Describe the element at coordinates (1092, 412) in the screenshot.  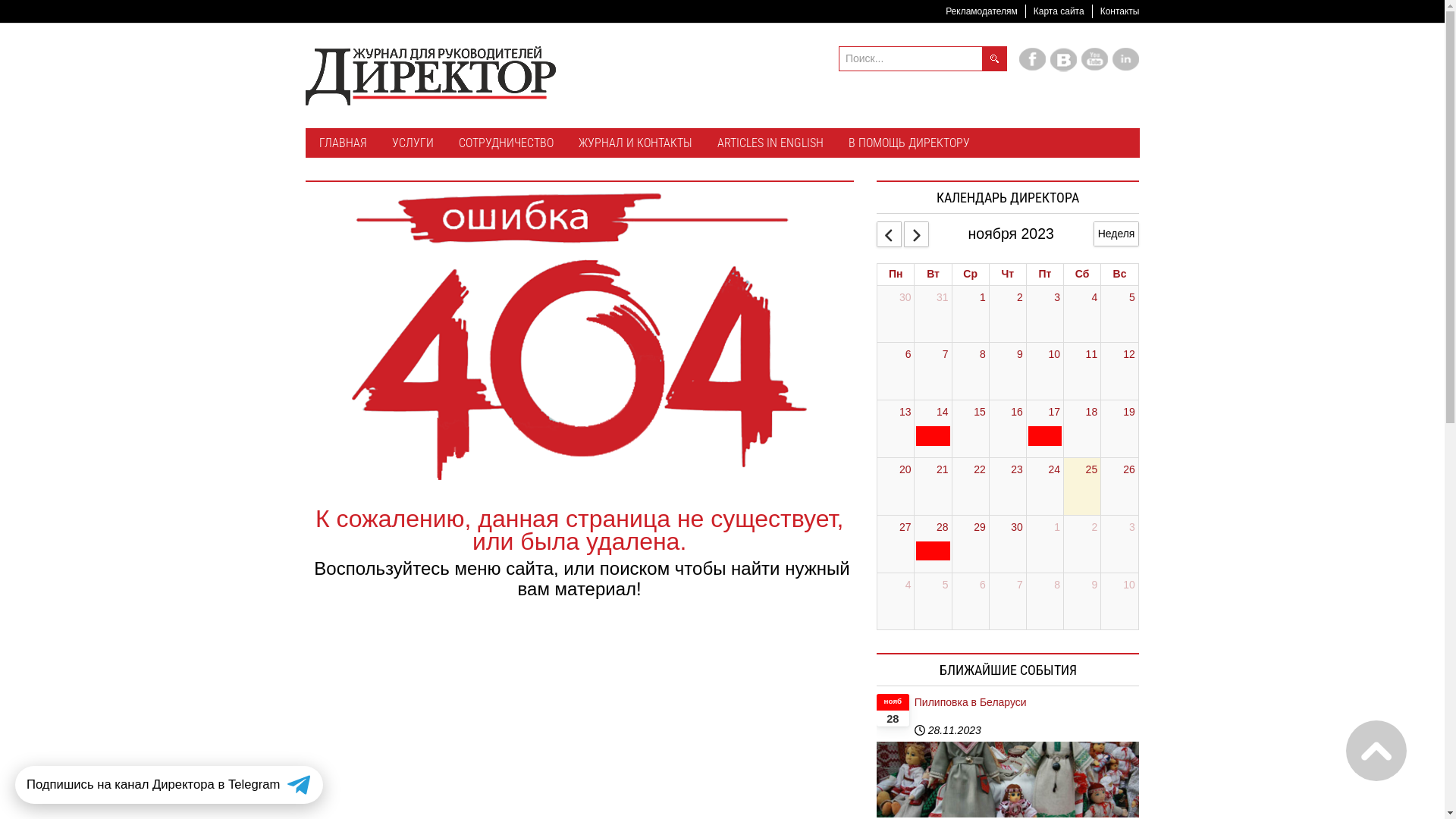
I see `'18'` at that location.